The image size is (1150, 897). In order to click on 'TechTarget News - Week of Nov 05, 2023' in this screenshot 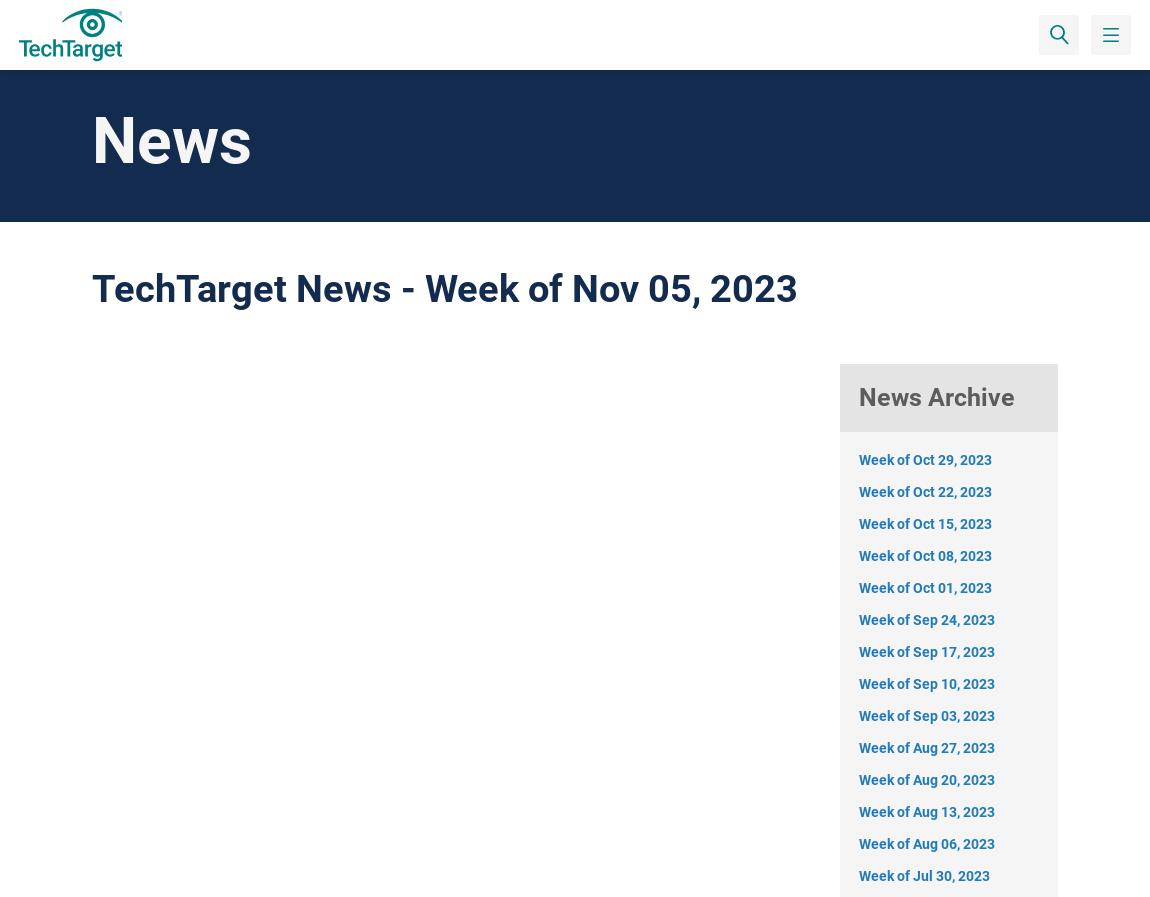, I will do `click(445, 288)`.